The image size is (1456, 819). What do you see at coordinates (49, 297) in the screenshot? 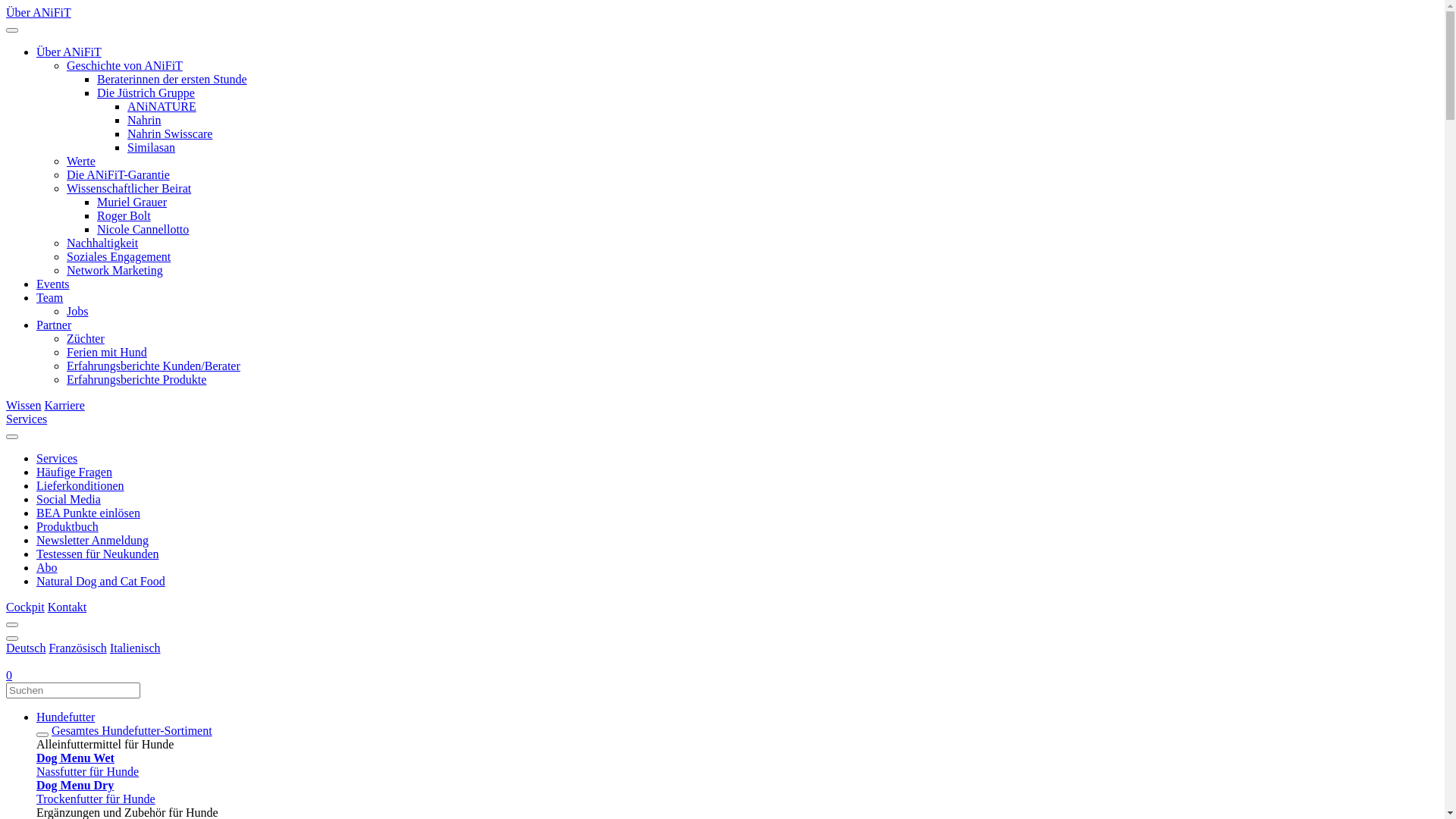
I see `'Team'` at bounding box center [49, 297].